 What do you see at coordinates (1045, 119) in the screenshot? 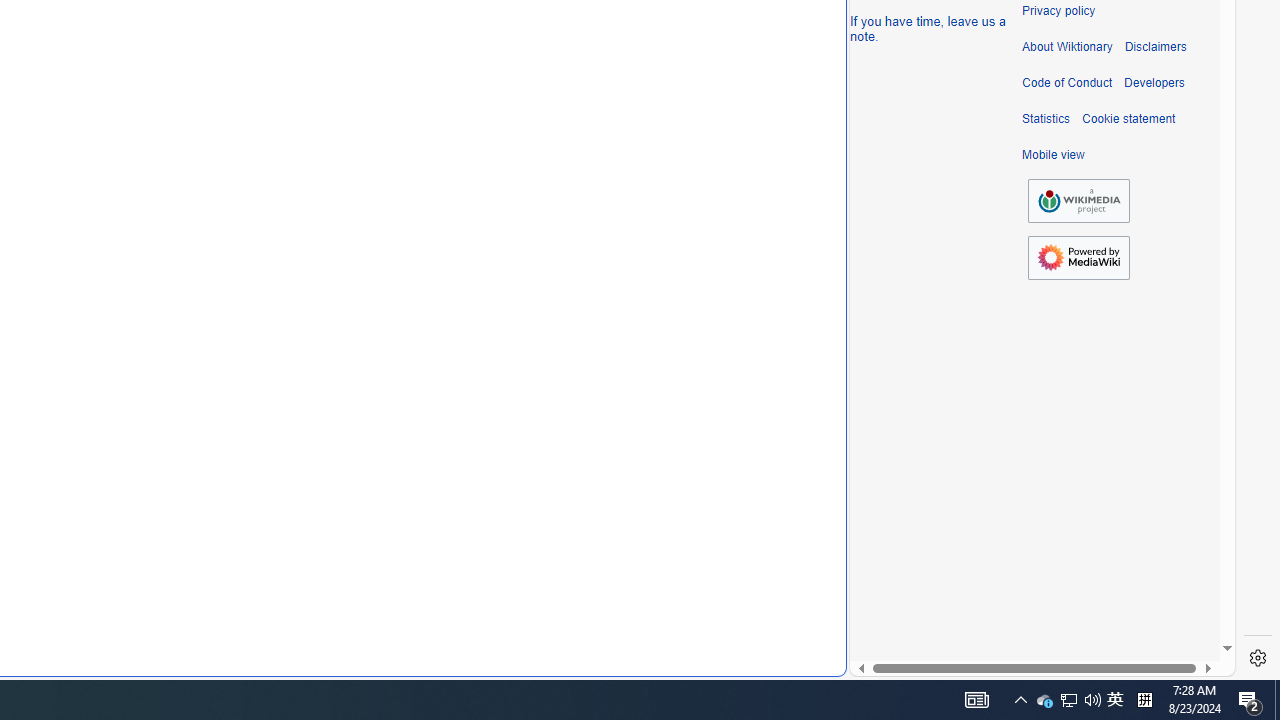
I see `'Statistics'` at bounding box center [1045, 119].